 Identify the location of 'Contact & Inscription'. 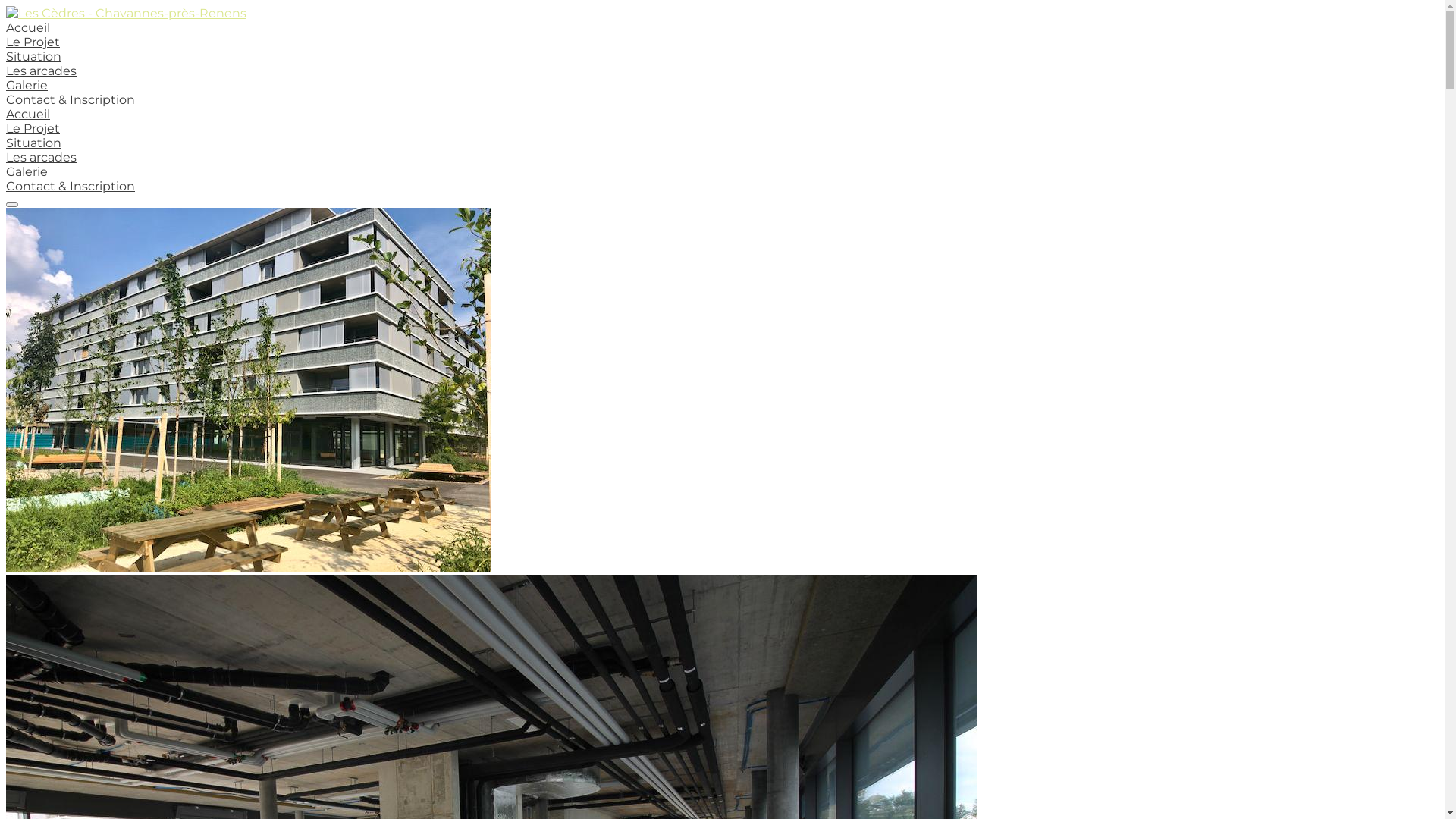
(69, 99).